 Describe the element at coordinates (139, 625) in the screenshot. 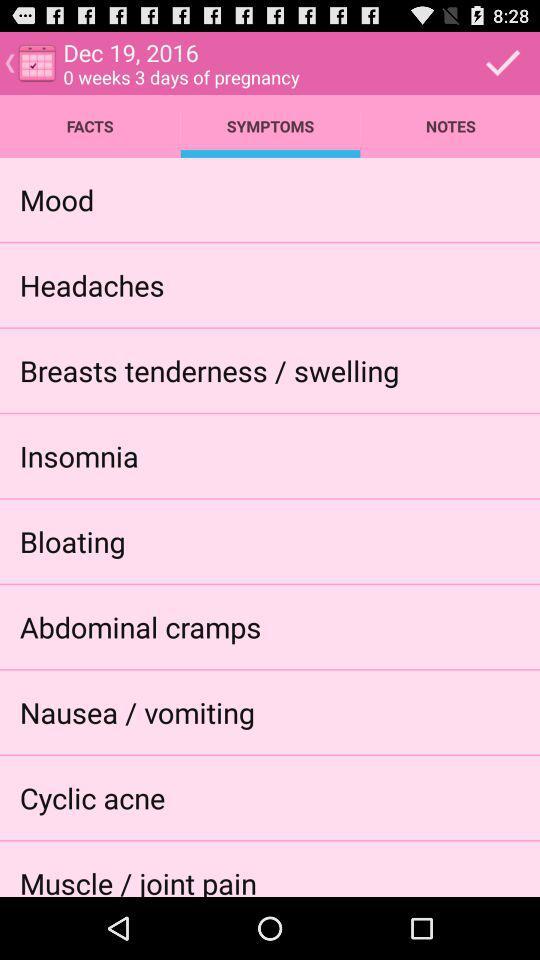

I see `the item above nausea / vomiting icon` at that location.